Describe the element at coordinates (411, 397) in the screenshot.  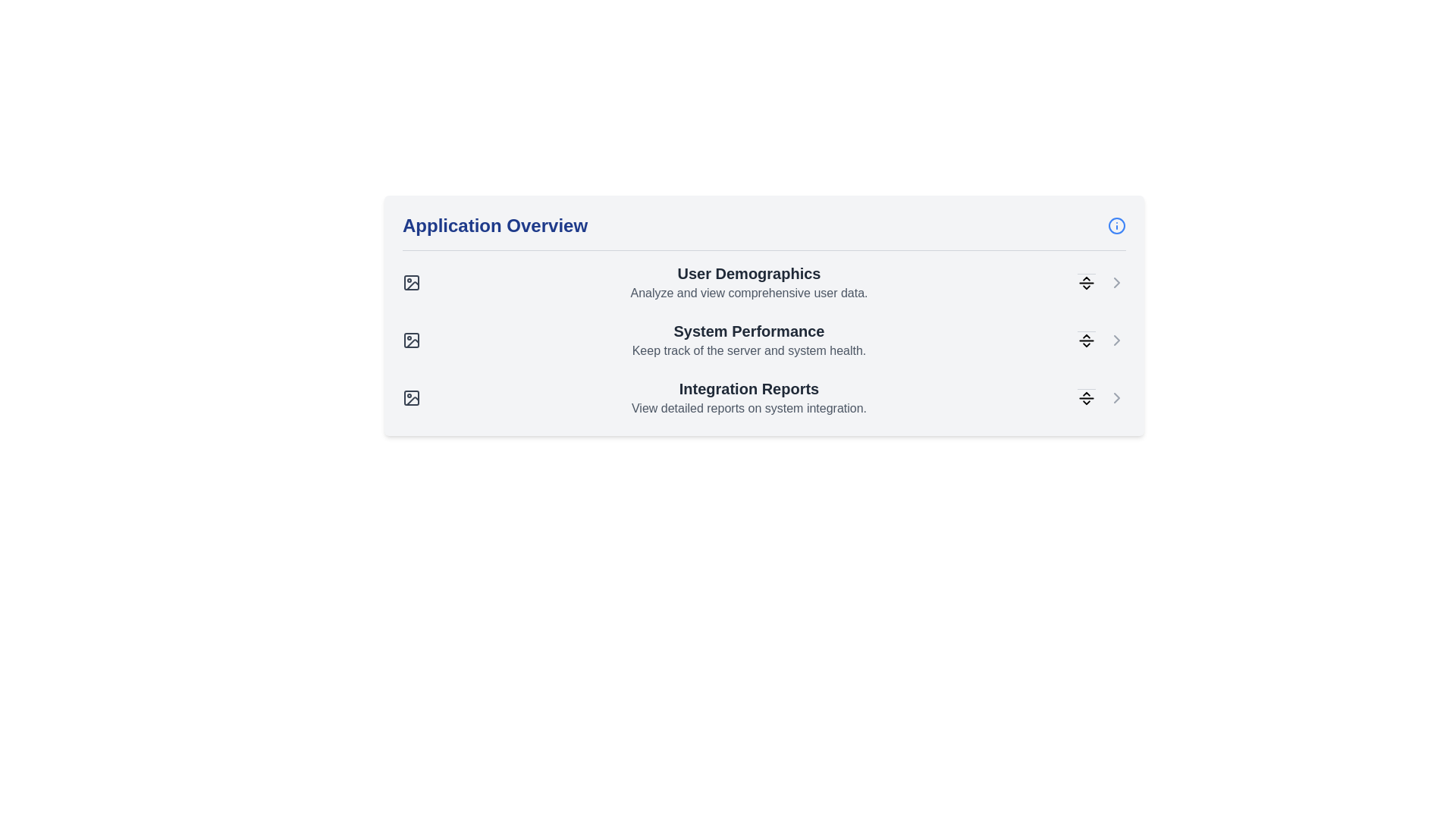
I see `the minimalist framed landscape image icon located in the 'Integration Reports' row` at that location.